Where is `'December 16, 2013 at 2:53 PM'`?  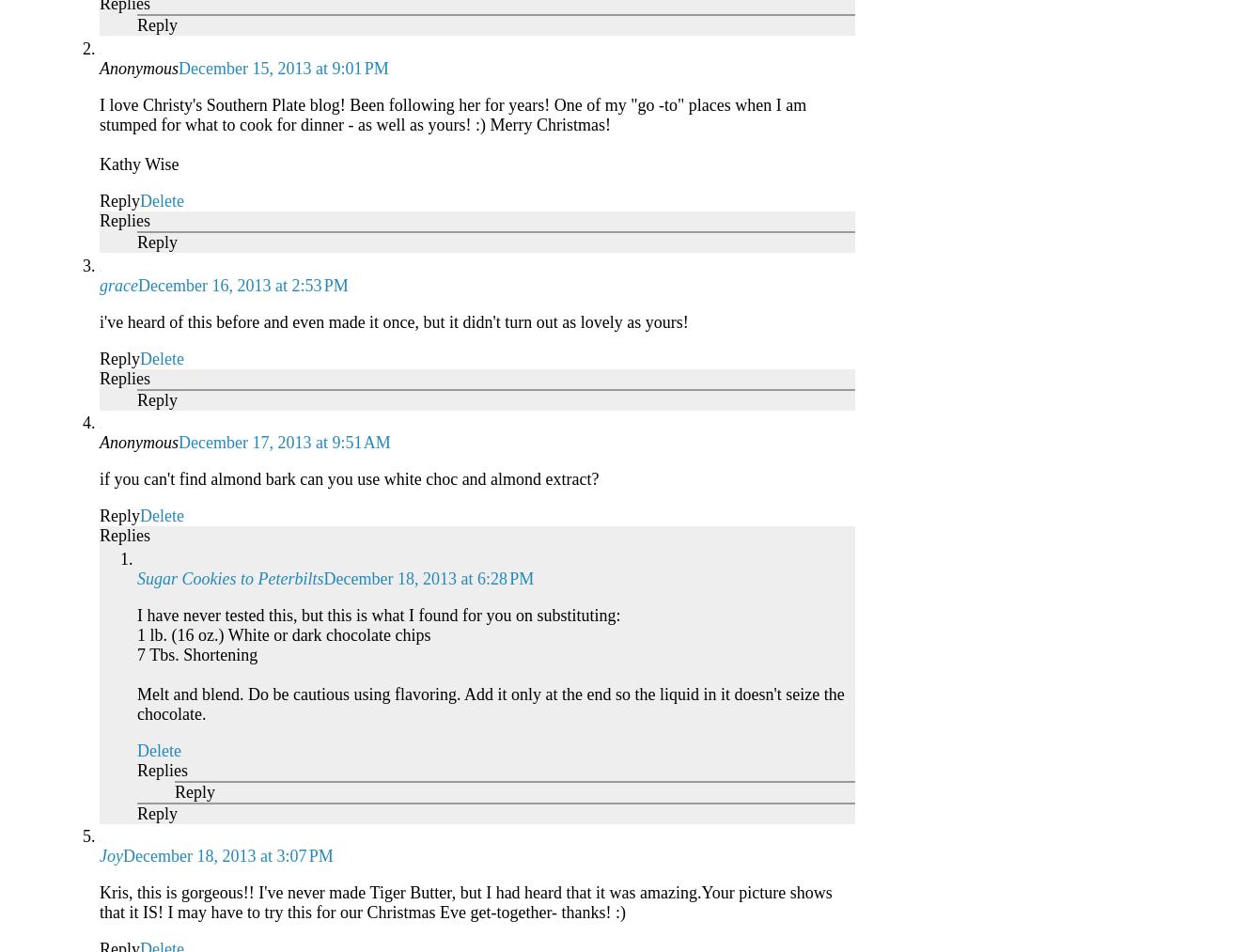
'December 16, 2013 at 2:53 PM' is located at coordinates (242, 283).